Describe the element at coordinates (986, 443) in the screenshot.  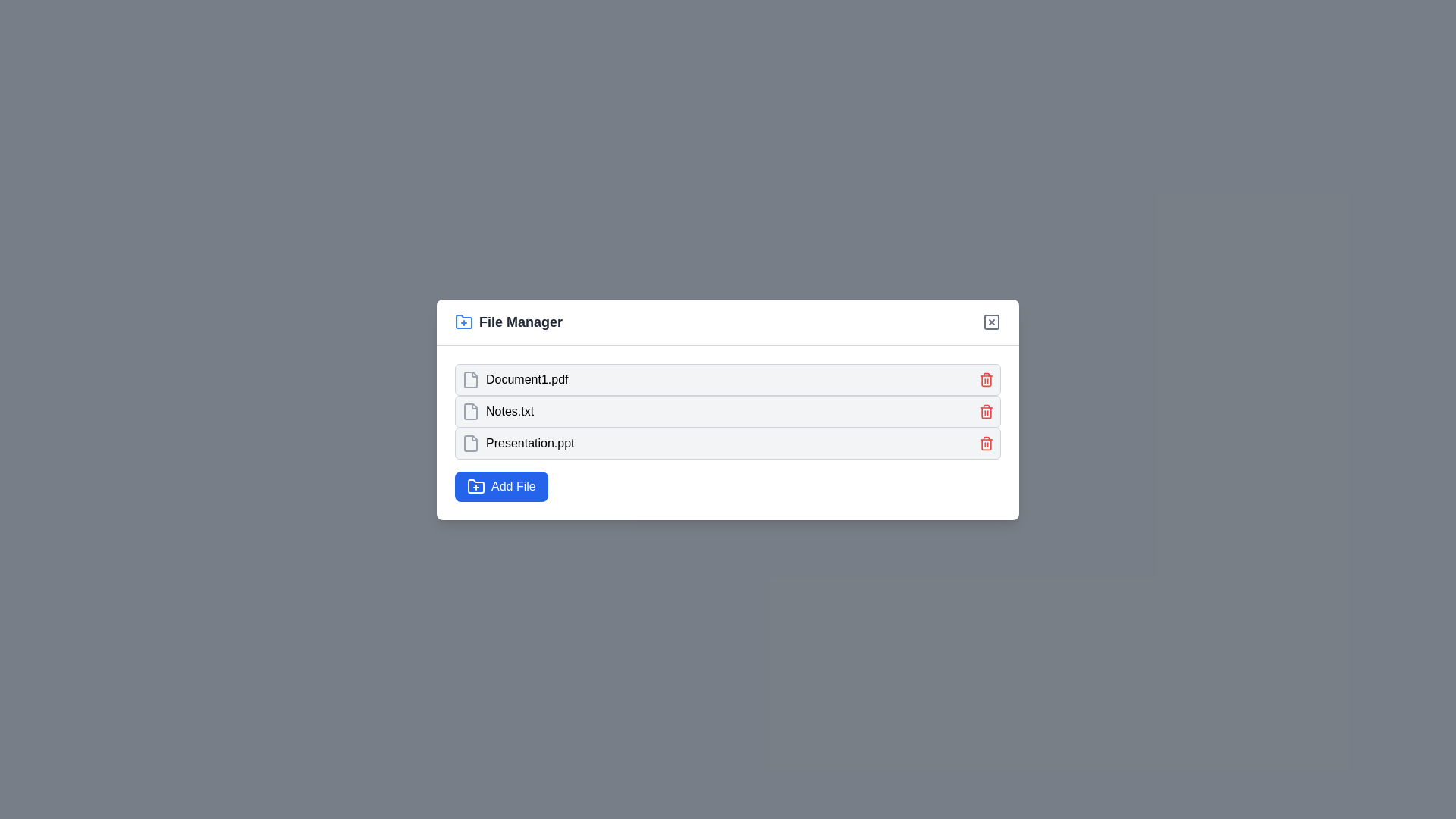
I see `the delete button for the file 'Presentation.ppt' located on the far right side of its row` at that location.